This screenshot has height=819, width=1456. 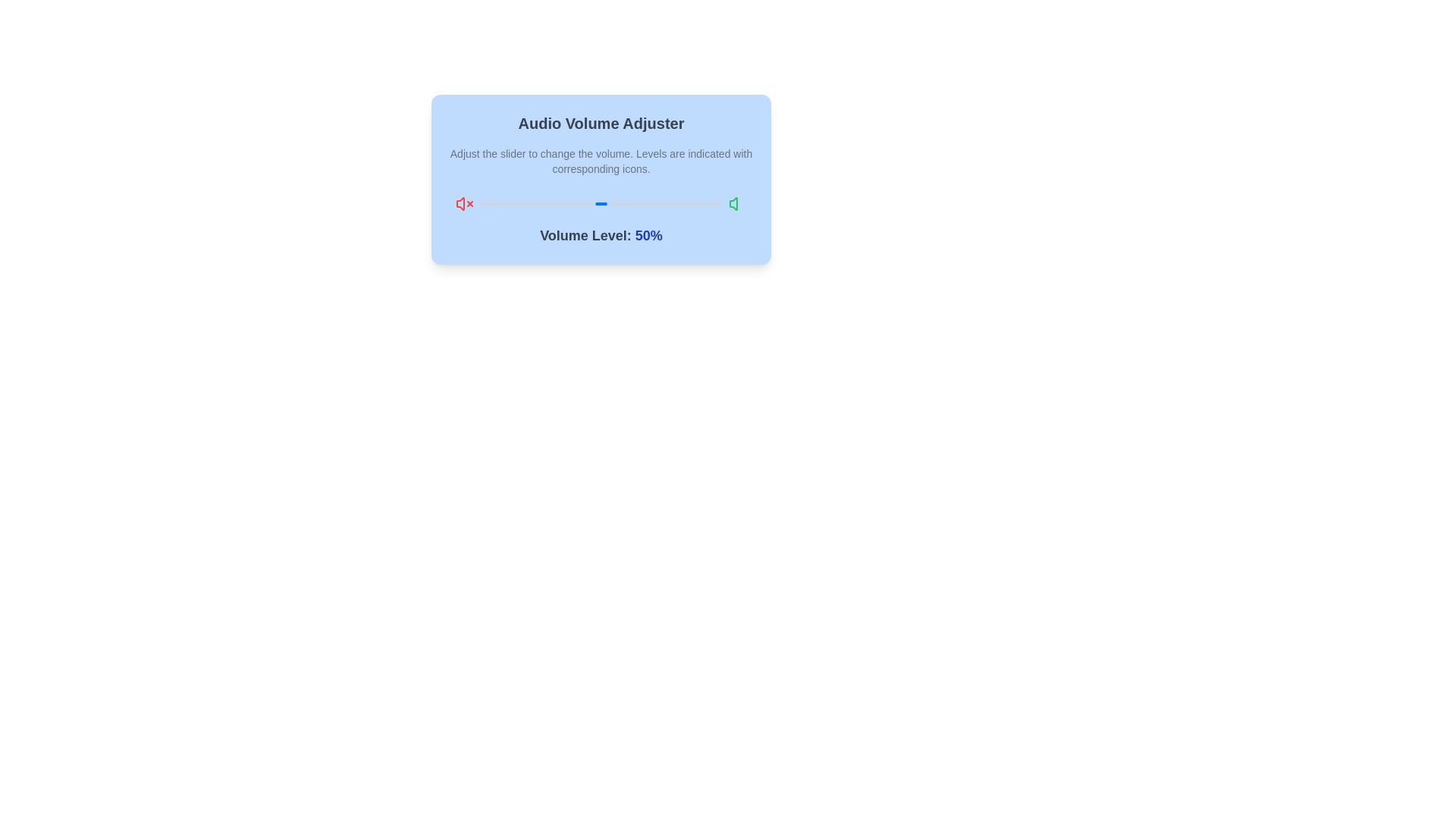 I want to click on the volume slider to set the volume to 6%, so click(x=494, y=203).